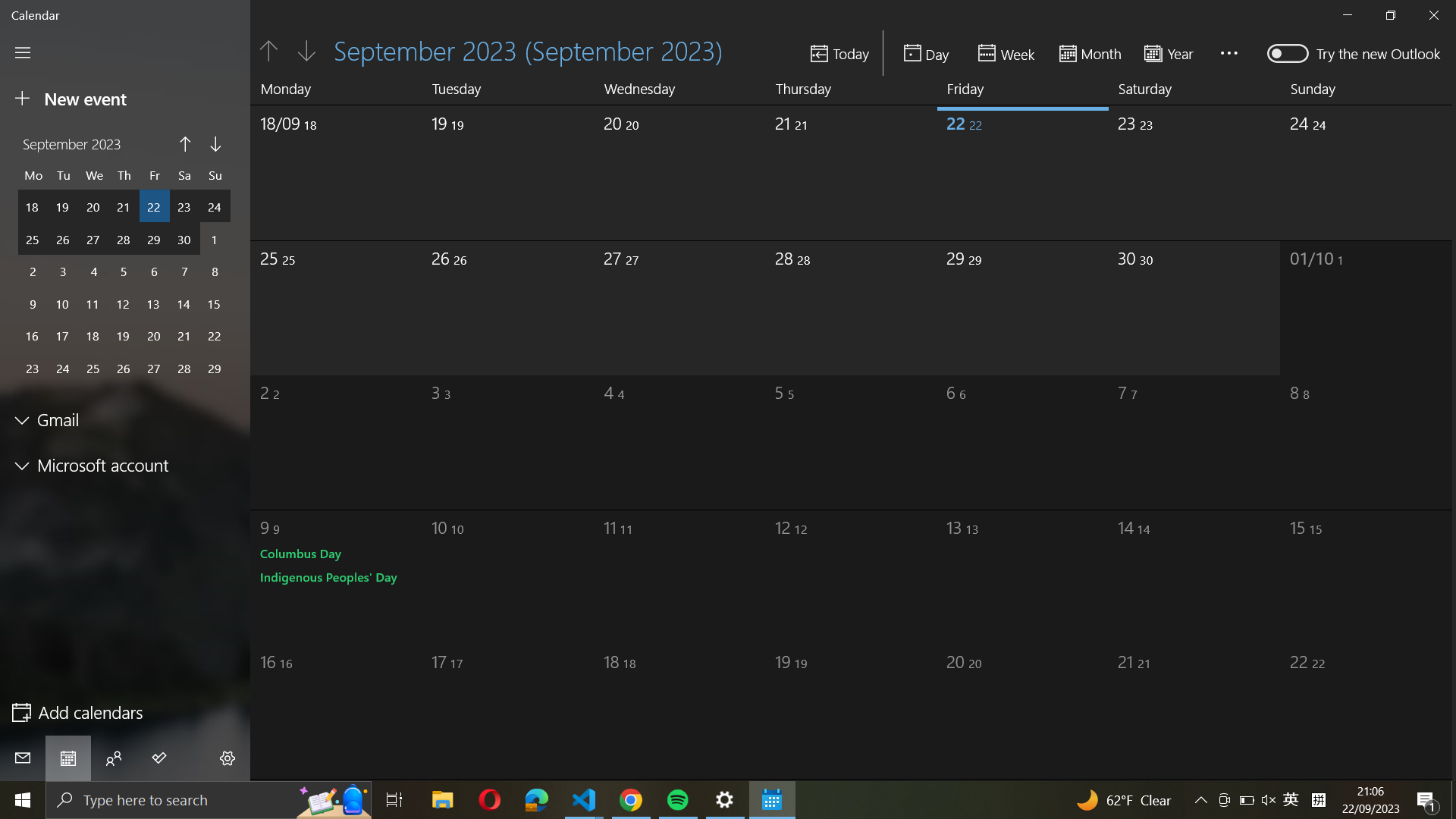 This screenshot has width=1456, height=819. Describe the element at coordinates (1008, 52) in the screenshot. I see `Change the view to week` at that location.